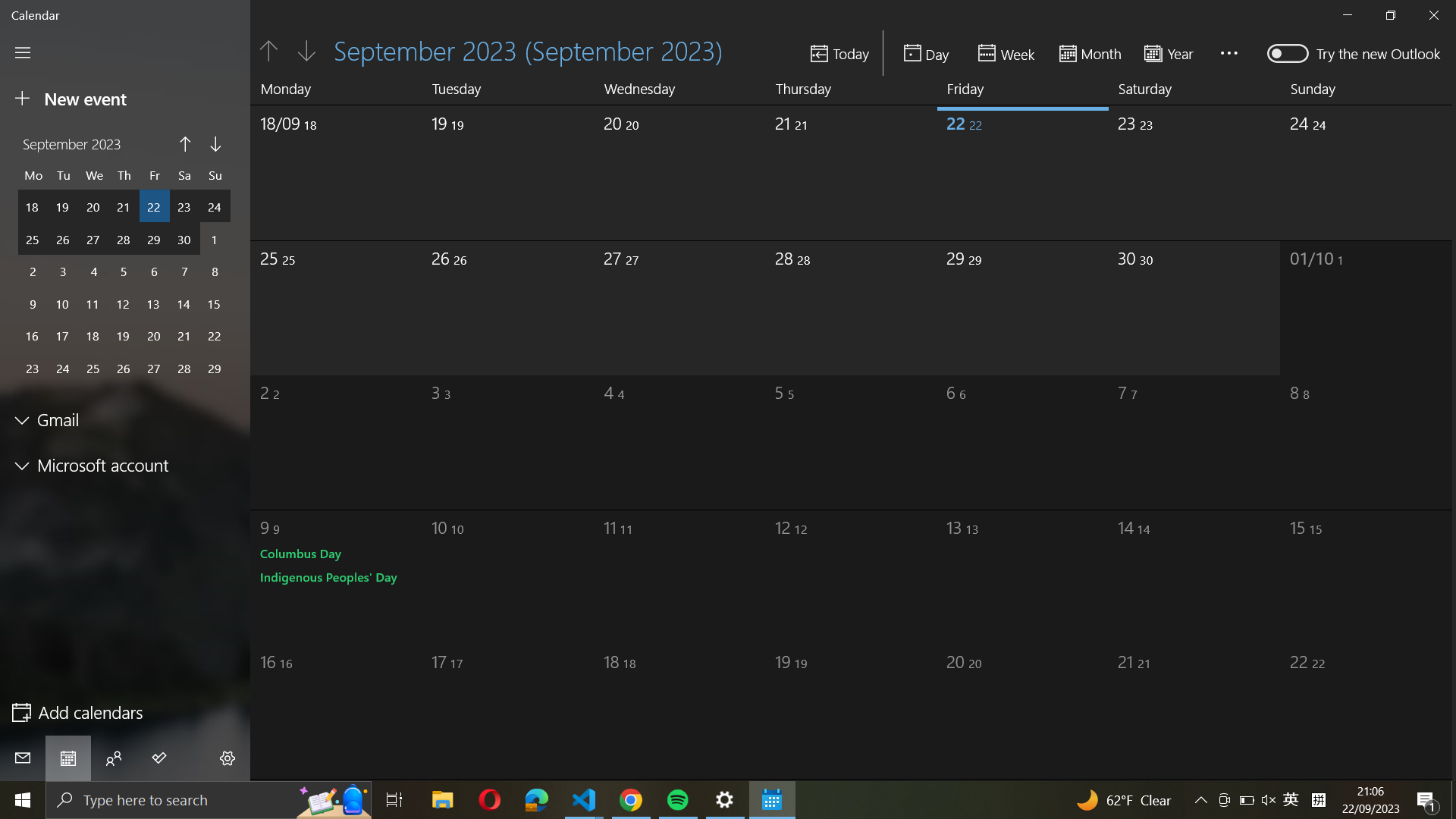 This screenshot has width=1456, height=819. Describe the element at coordinates (1008, 52) in the screenshot. I see `Change the view to week` at that location.